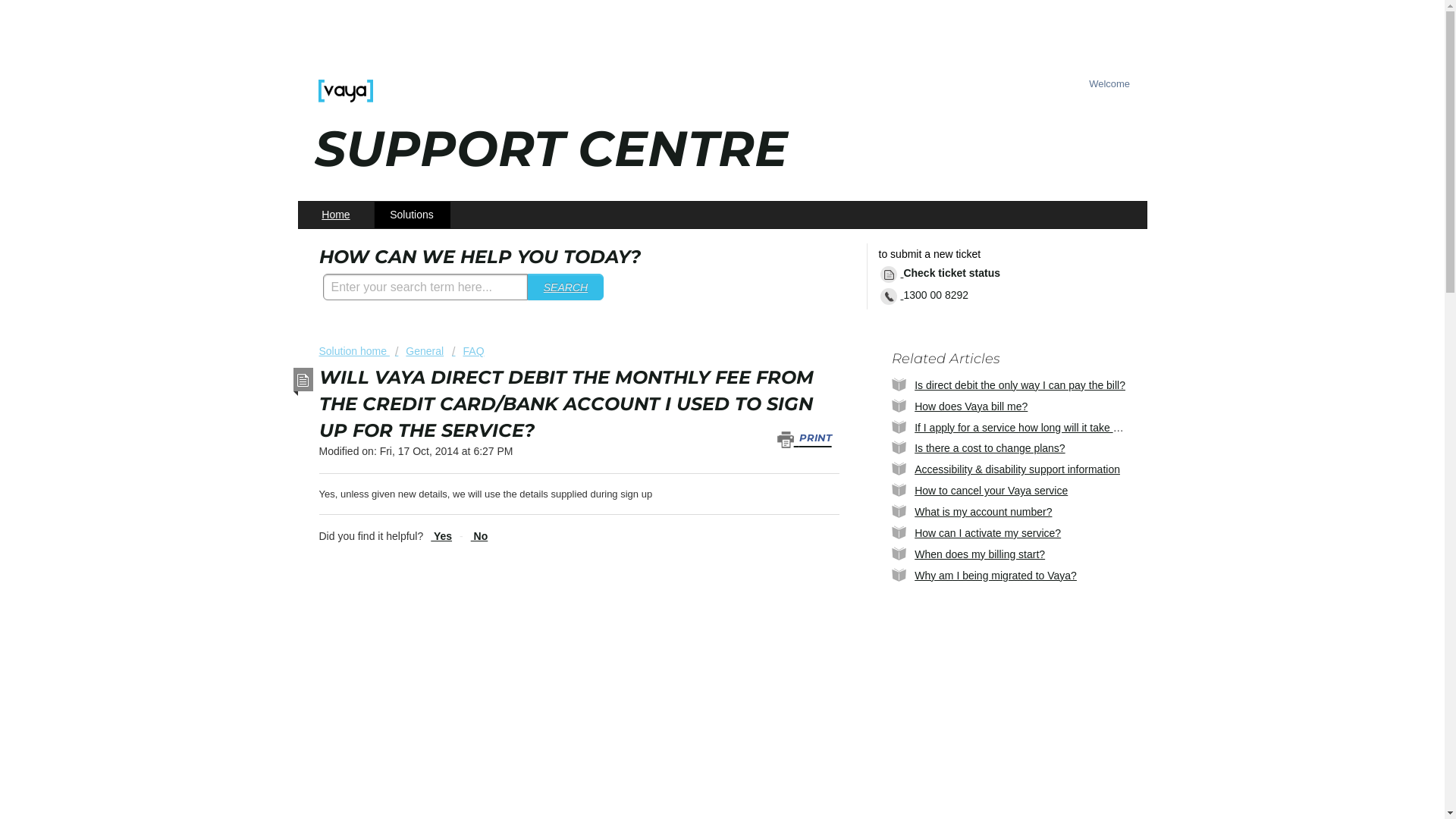 This screenshot has height=819, width=1456. What do you see at coordinates (807, 438) in the screenshot?
I see `'PRINT'` at bounding box center [807, 438].